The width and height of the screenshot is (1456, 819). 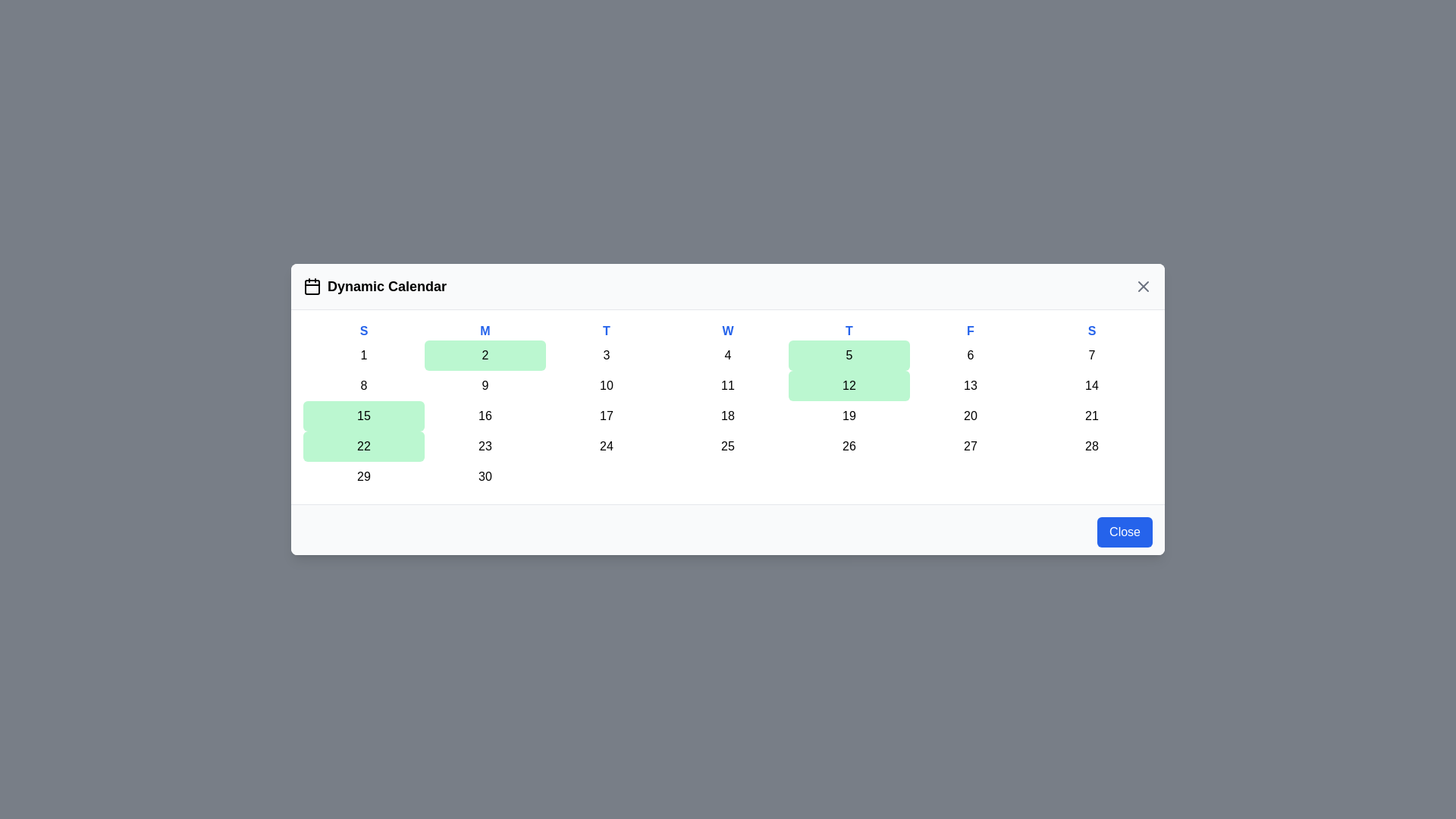 What do you see at coordinates (971, 446) in the screenshot?
I see `the day cell corresponding to 27` at bounding box center [971, 446].